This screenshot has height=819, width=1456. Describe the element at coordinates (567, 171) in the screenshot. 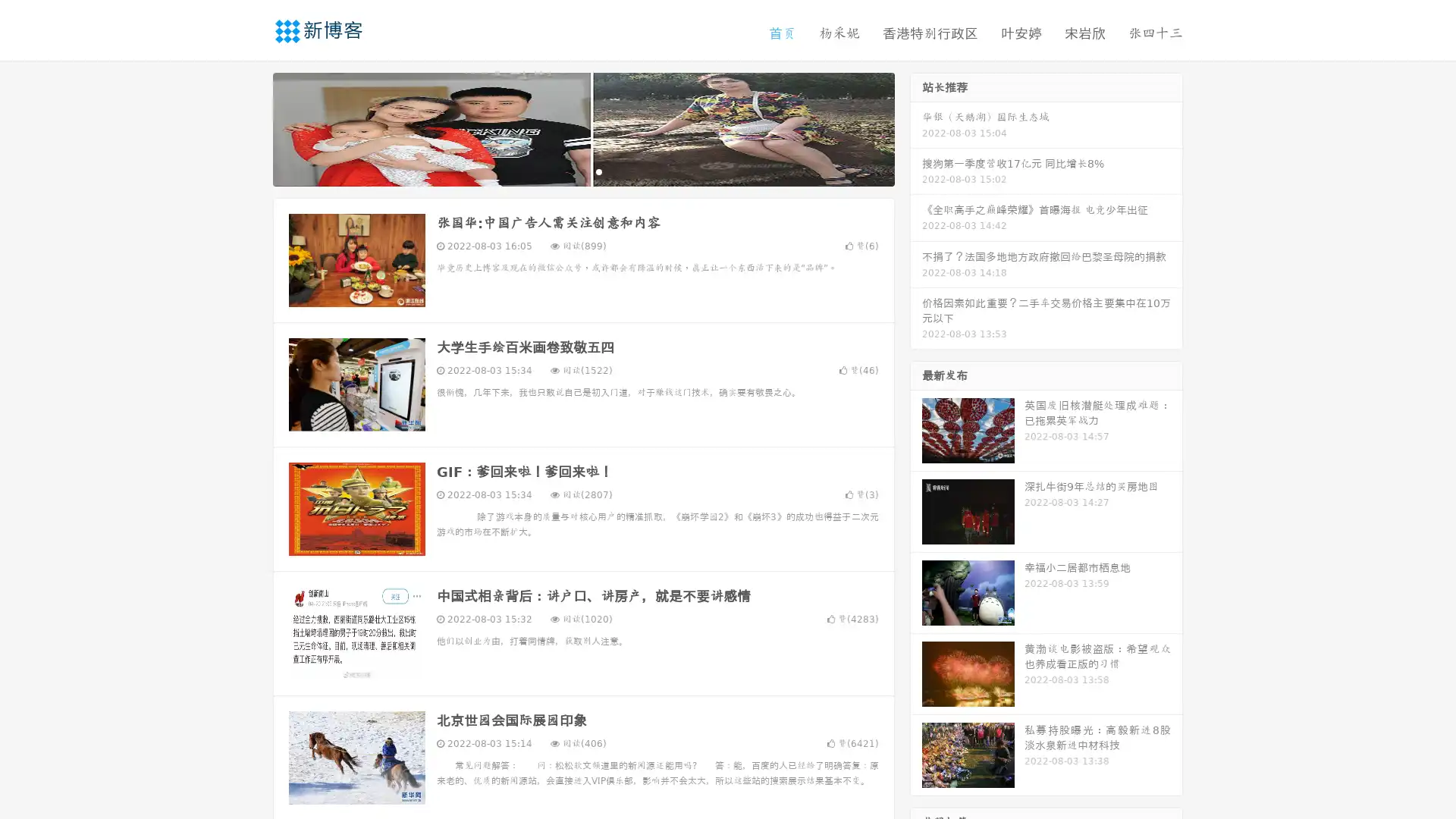

I see `Go to slide 1` at that location.